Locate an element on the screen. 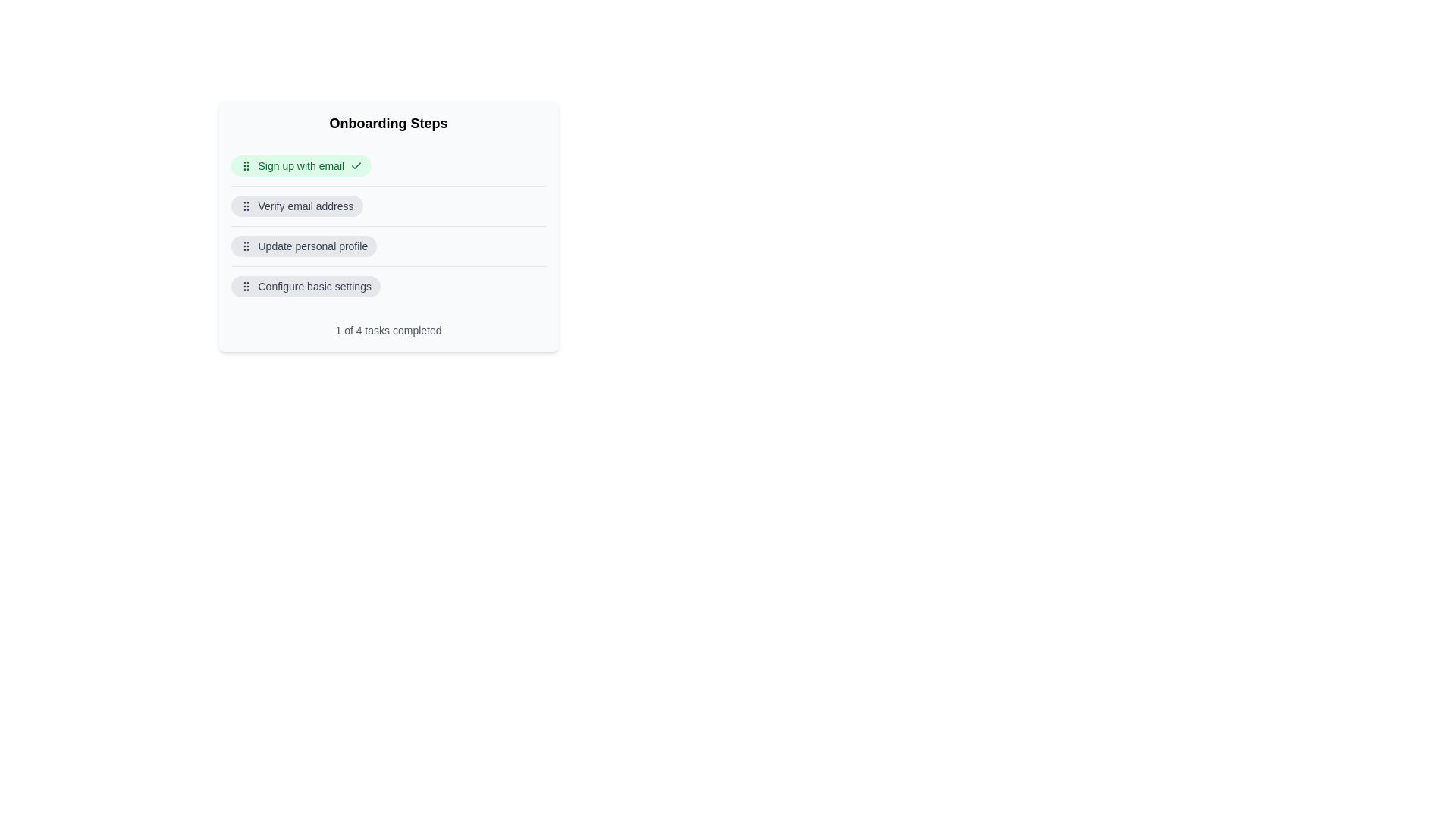  the draggable handle icon located to the left of the 'Sign up with email' text within the topmost button of the 'Onboarding Steps' list is located at coordinates (246, 166).